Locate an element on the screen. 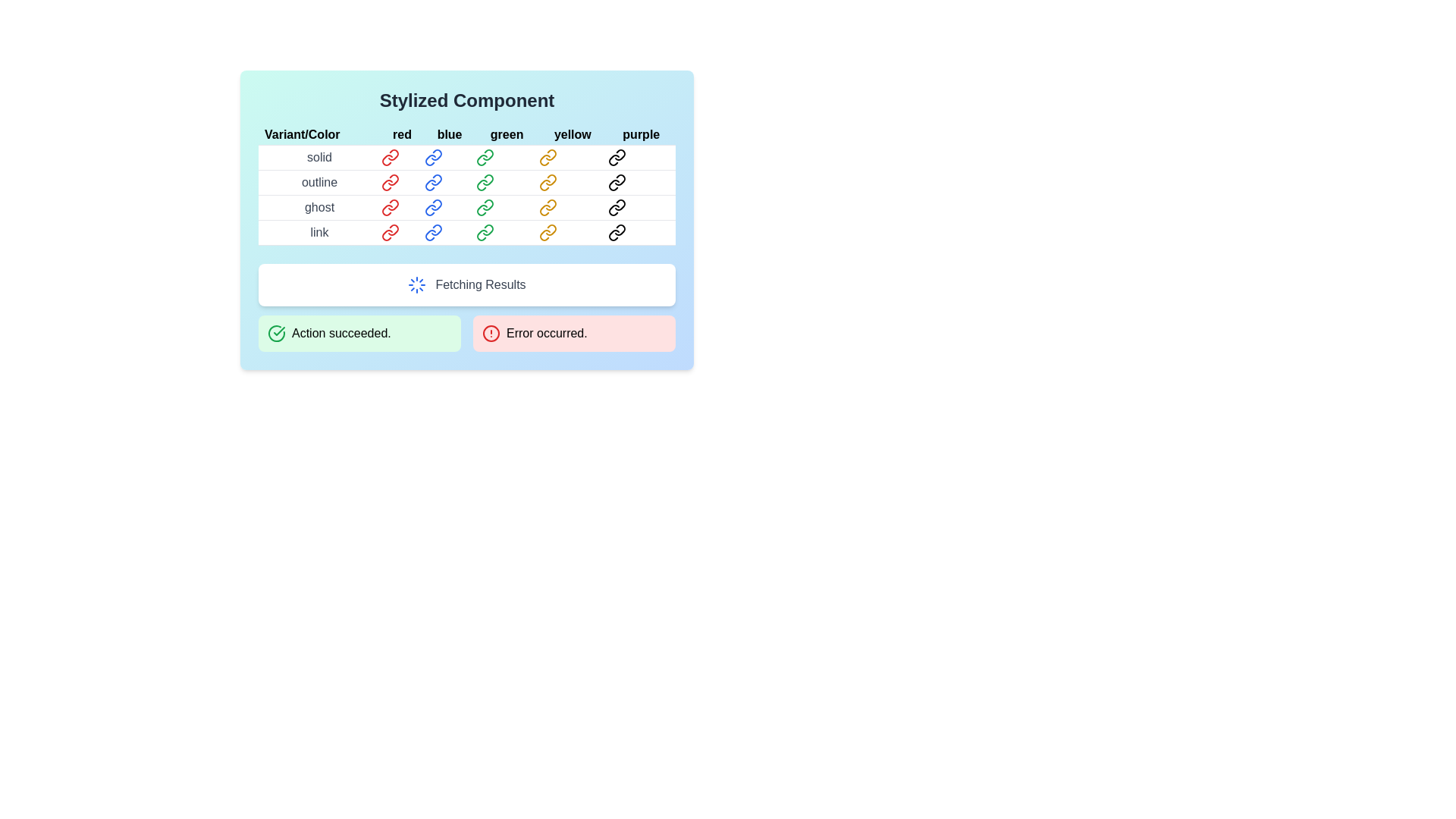 The image size is (1456, 819). the green link icon styled with a chain-like appearance located in the fourth row under the 'link' column and third column under 'green' to follow the link is located at coordinates (485, 233).